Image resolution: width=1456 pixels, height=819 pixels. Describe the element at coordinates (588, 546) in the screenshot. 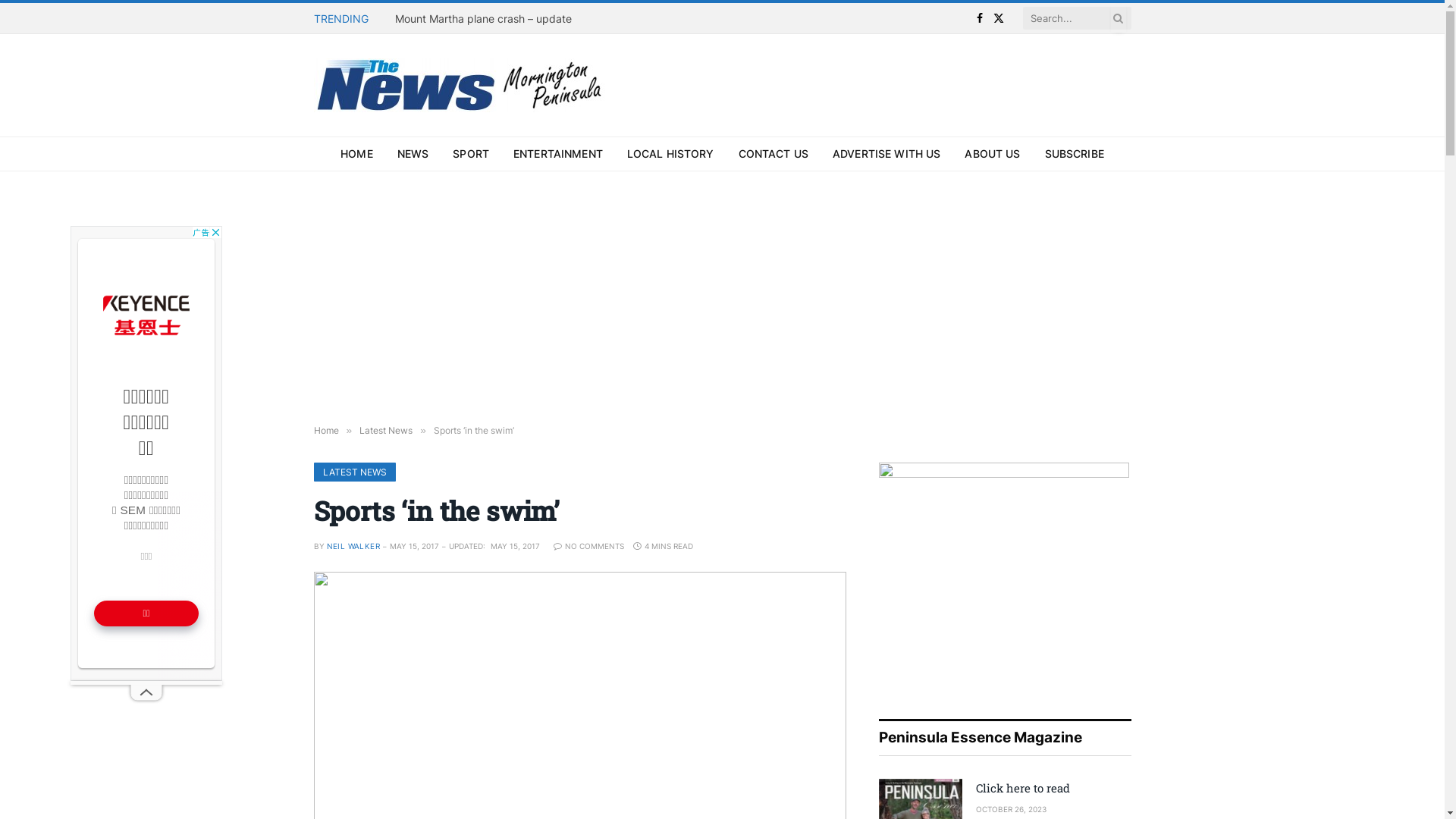

I see `'NO COMMENTS'` at that location.